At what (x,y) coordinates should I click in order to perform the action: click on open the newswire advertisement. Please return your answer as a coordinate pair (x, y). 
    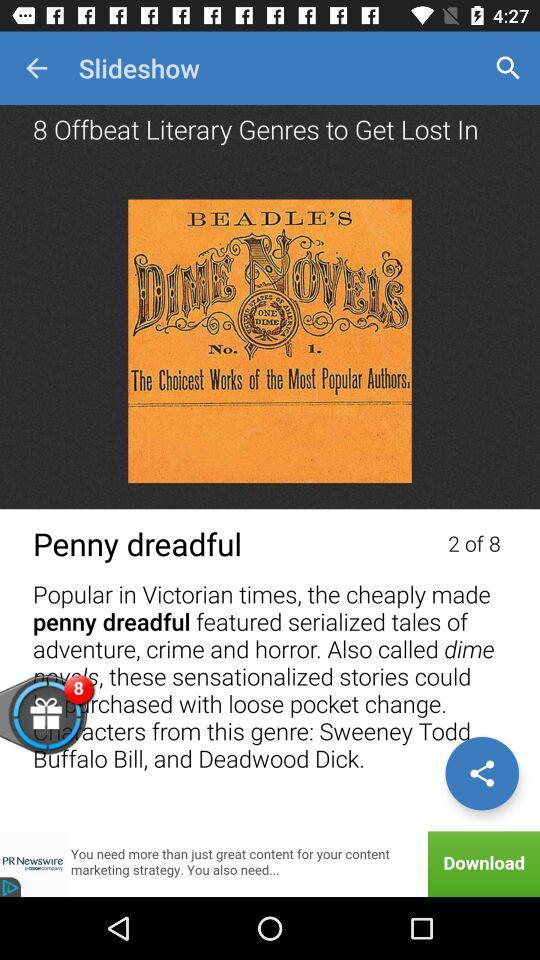
    Looking at the image, I should click on (270, 863).